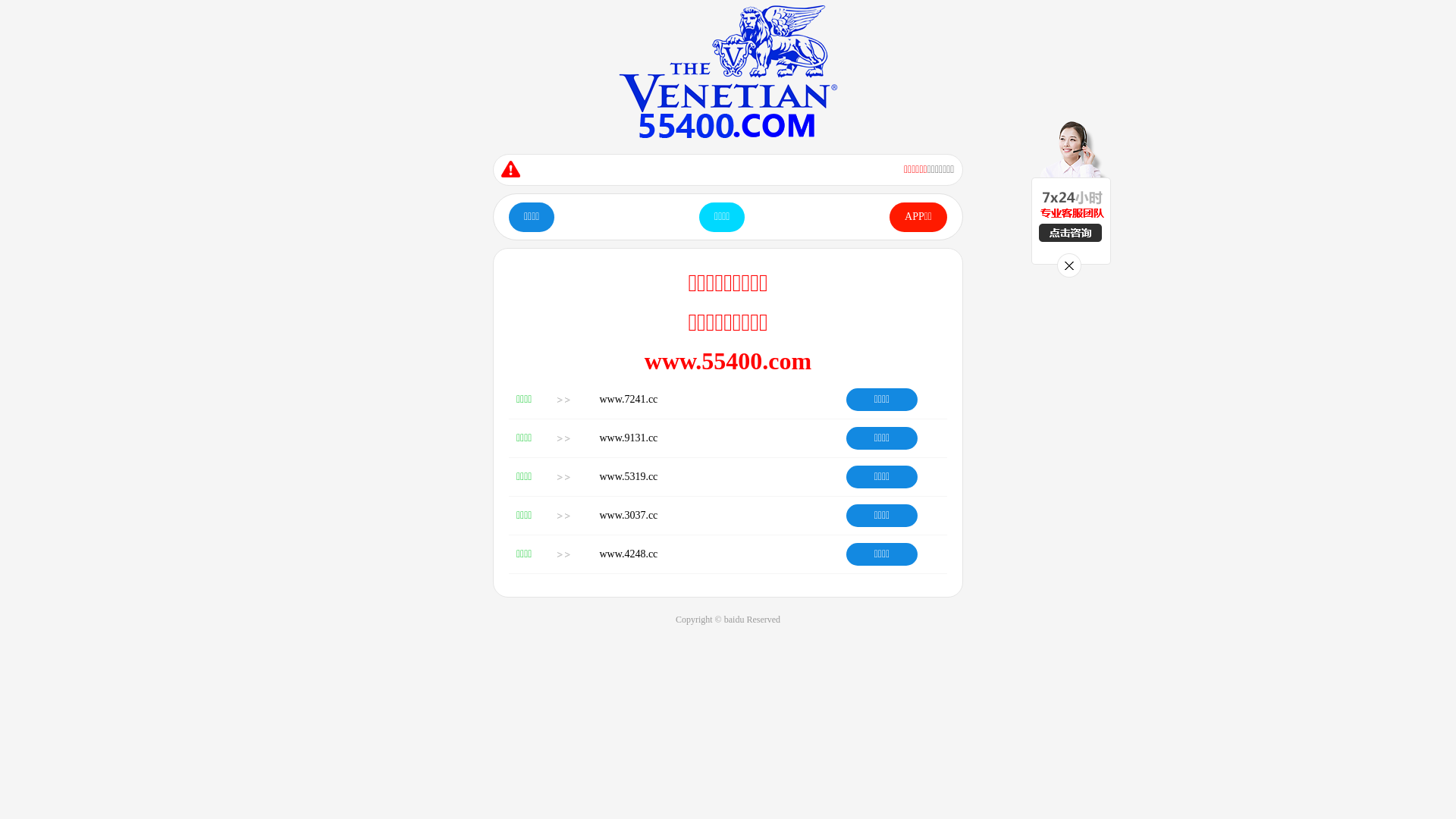 The width and height of the screenshot is (1456, 819). Describe the element at coordinates (628, 398) in the screenshot. I see `'www.7241.cc'` at that location.